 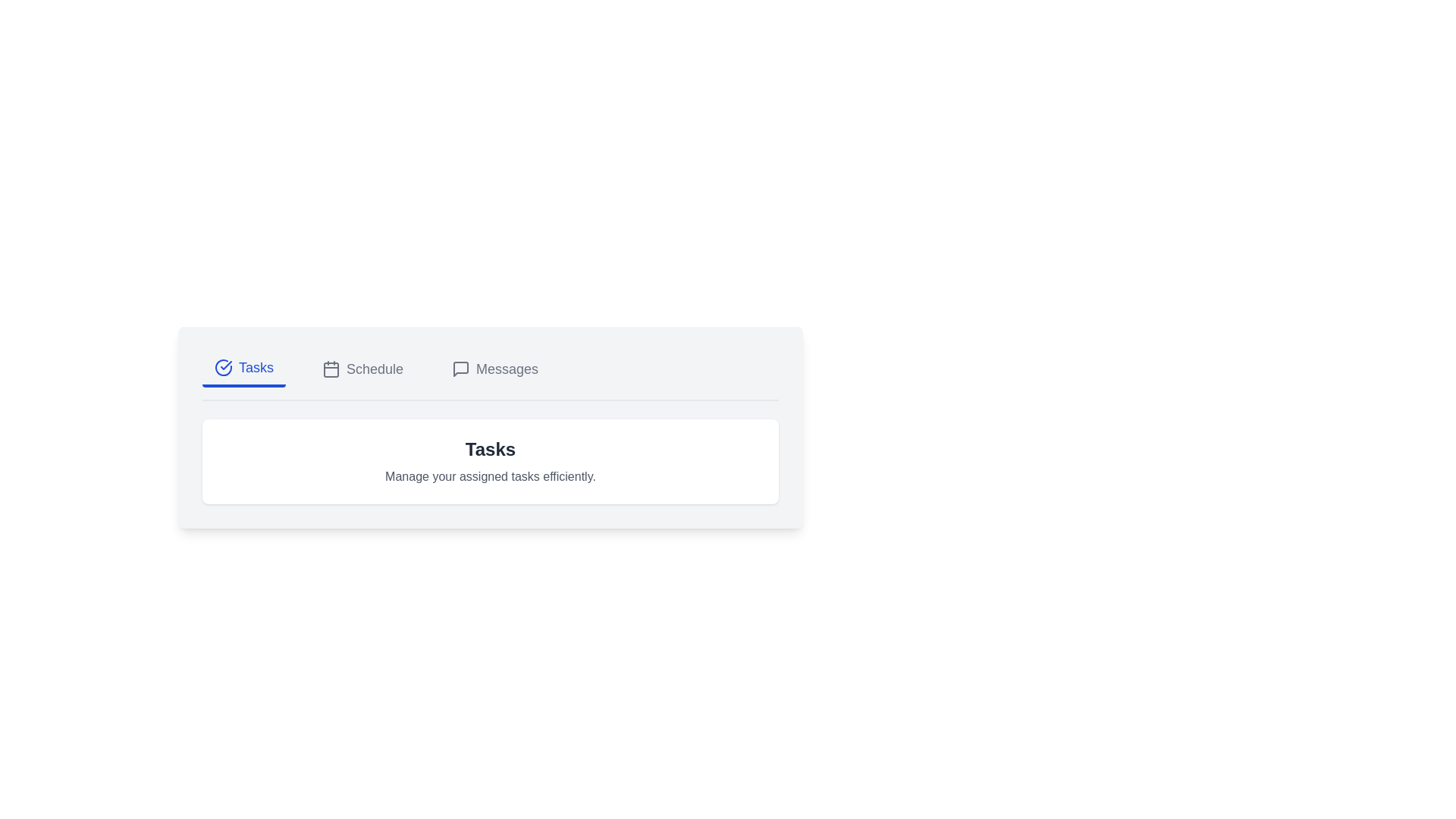 What do you see at coordinates (362, 369) in the screenshot?
I see `the Schedule tab` at bounding box center [362, 369].